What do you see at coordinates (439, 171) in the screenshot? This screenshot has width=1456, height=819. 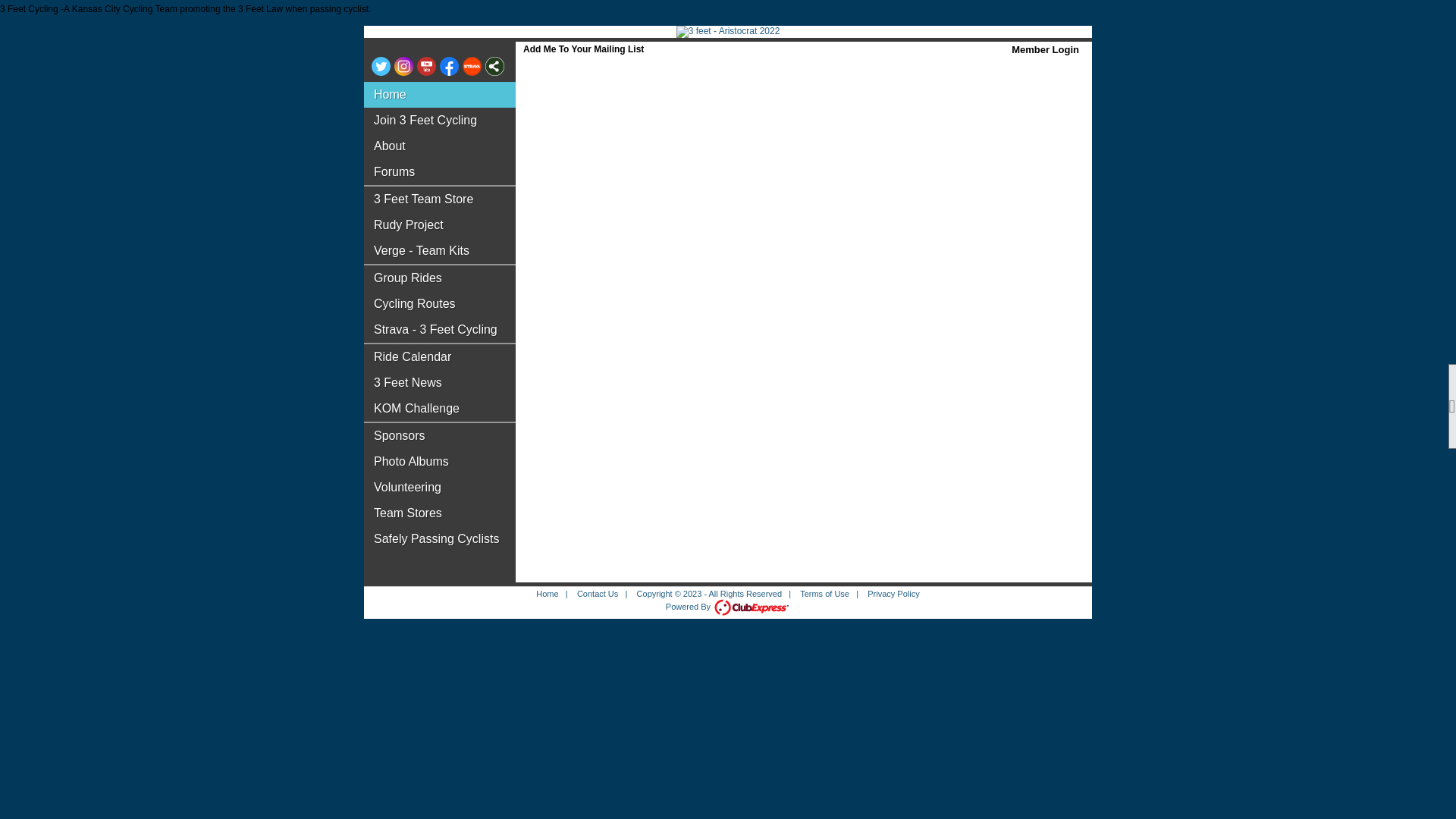 I see `'Forums'` at bounding box center [439, 171].